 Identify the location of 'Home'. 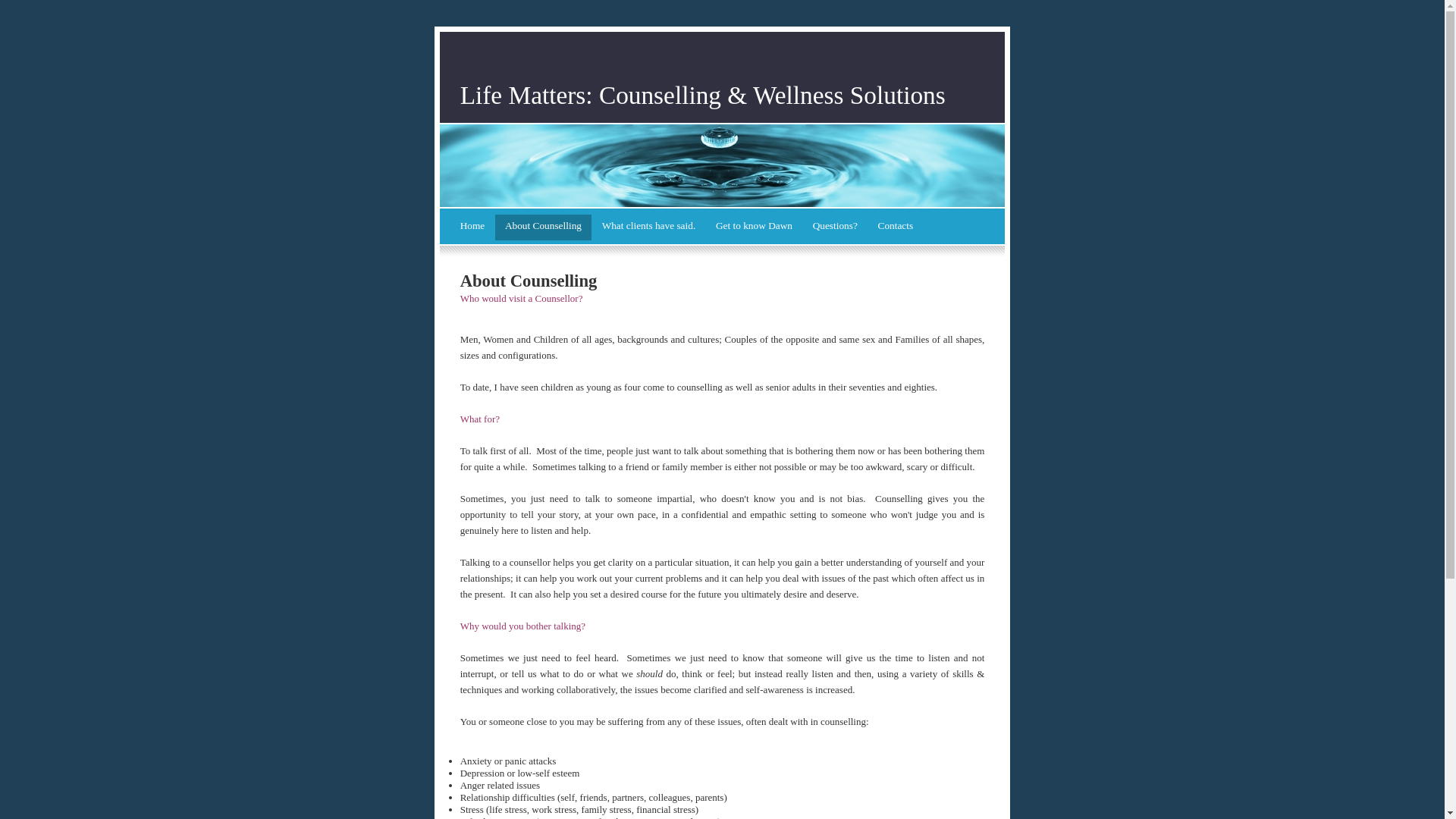
(471, 227).